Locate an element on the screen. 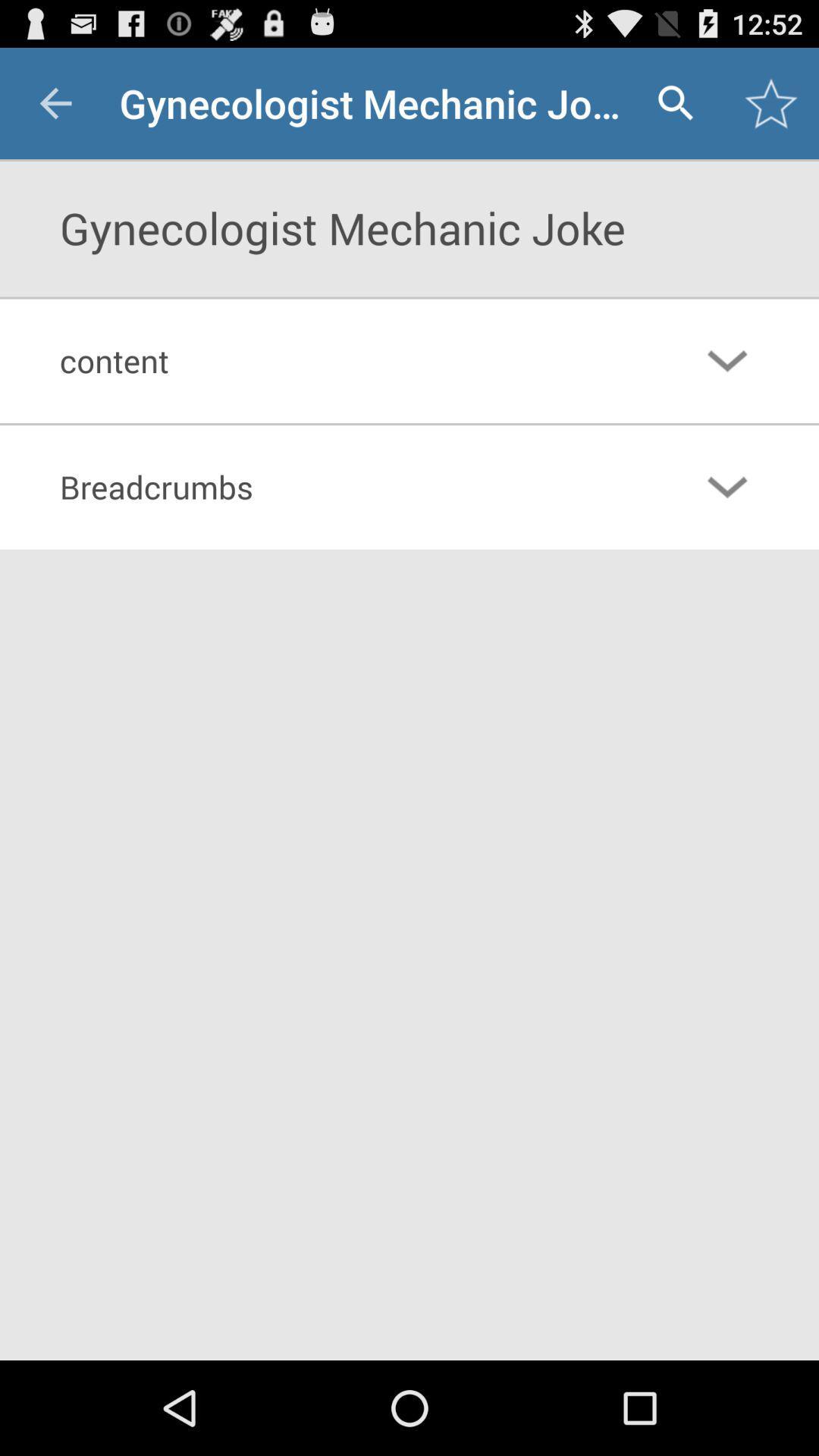 The width and height of the screenshot is (819, 1456). icon at the top left corner is located at coordinates (55, 102).